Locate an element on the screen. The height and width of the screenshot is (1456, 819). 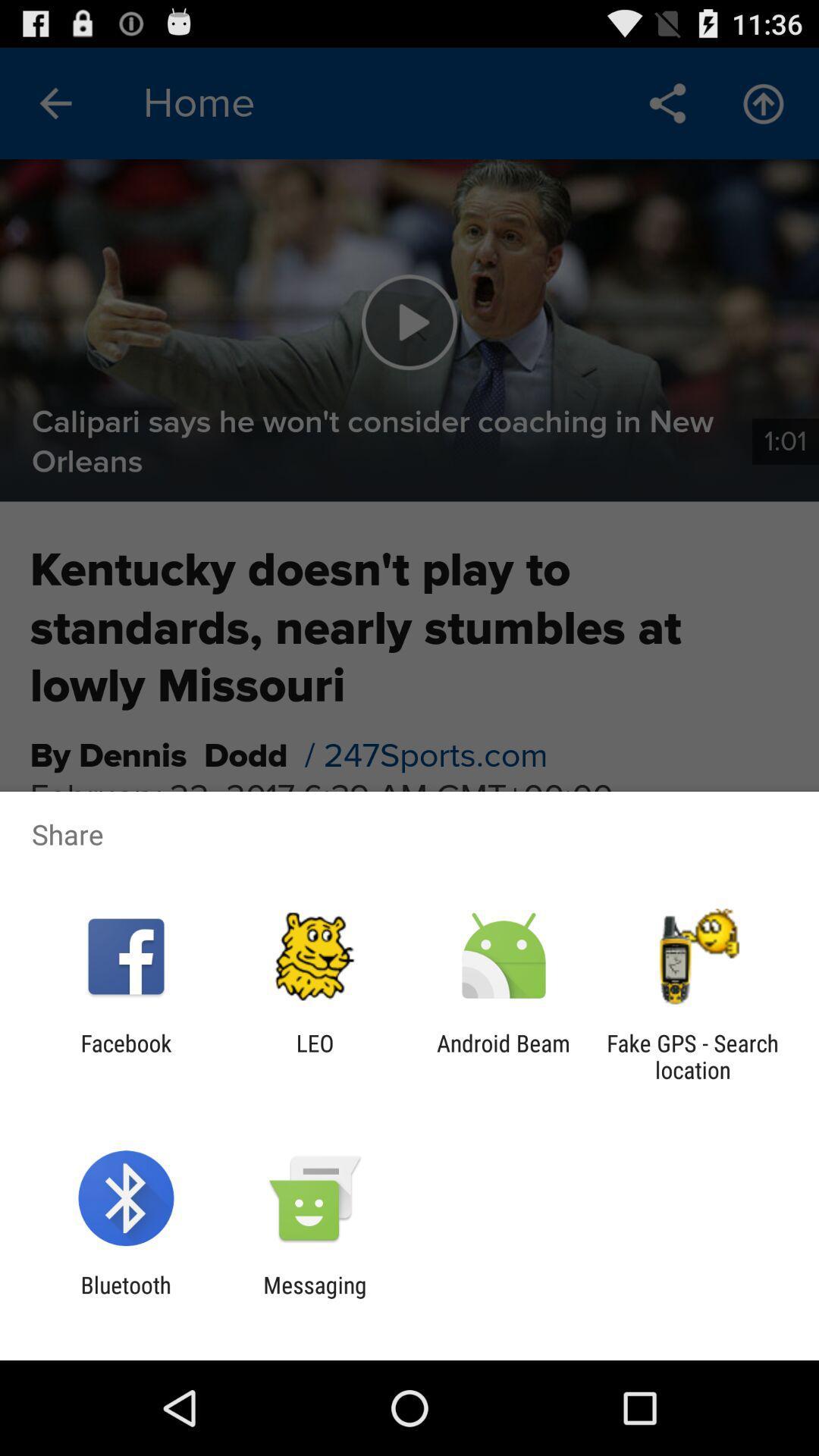
the fake gps search at the bottom right corner is located at coordinates (692, 1056).